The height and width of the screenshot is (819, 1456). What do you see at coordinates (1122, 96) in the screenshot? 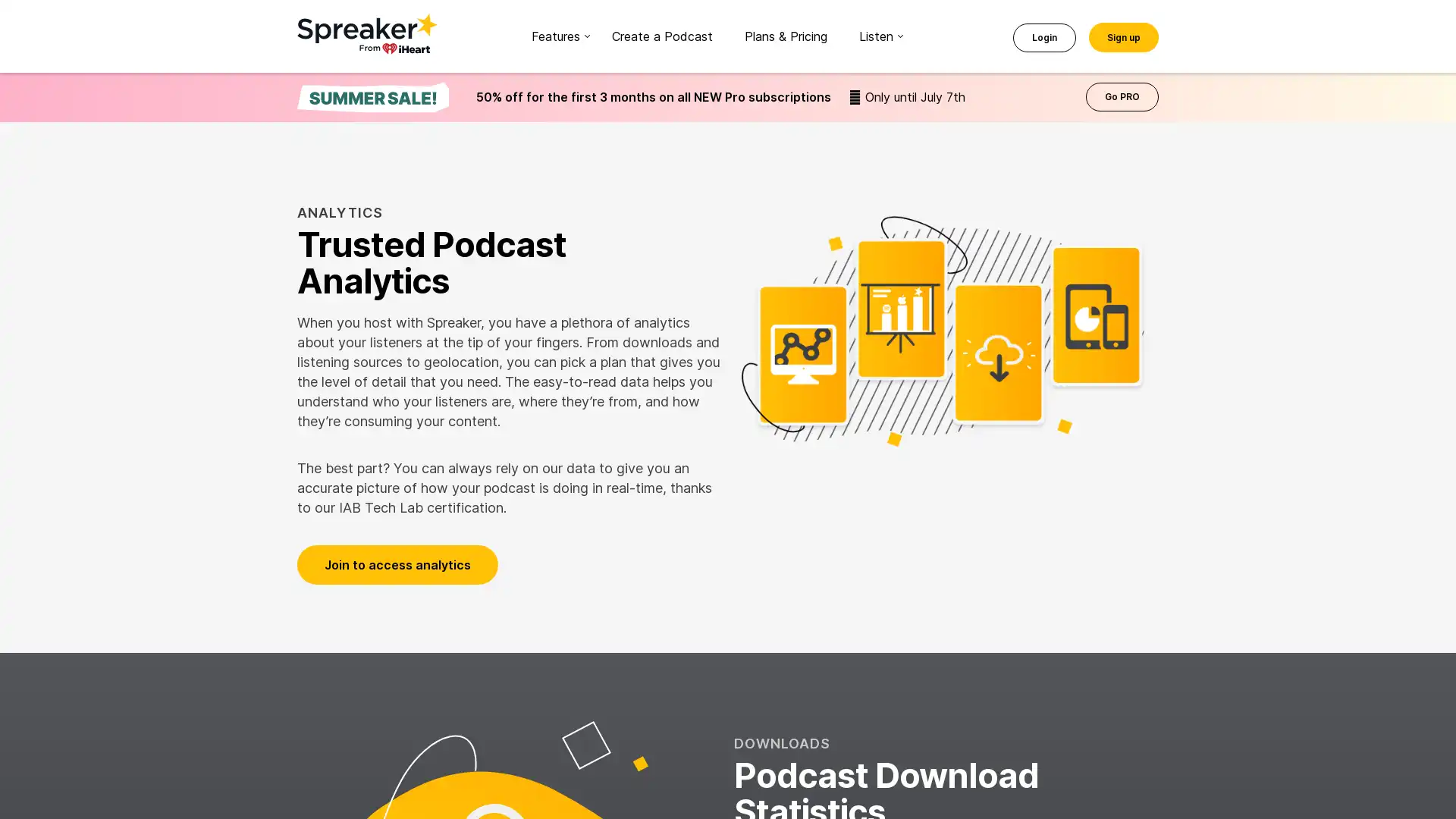
I see `Go PRO` at bounding box center [1122, 96].